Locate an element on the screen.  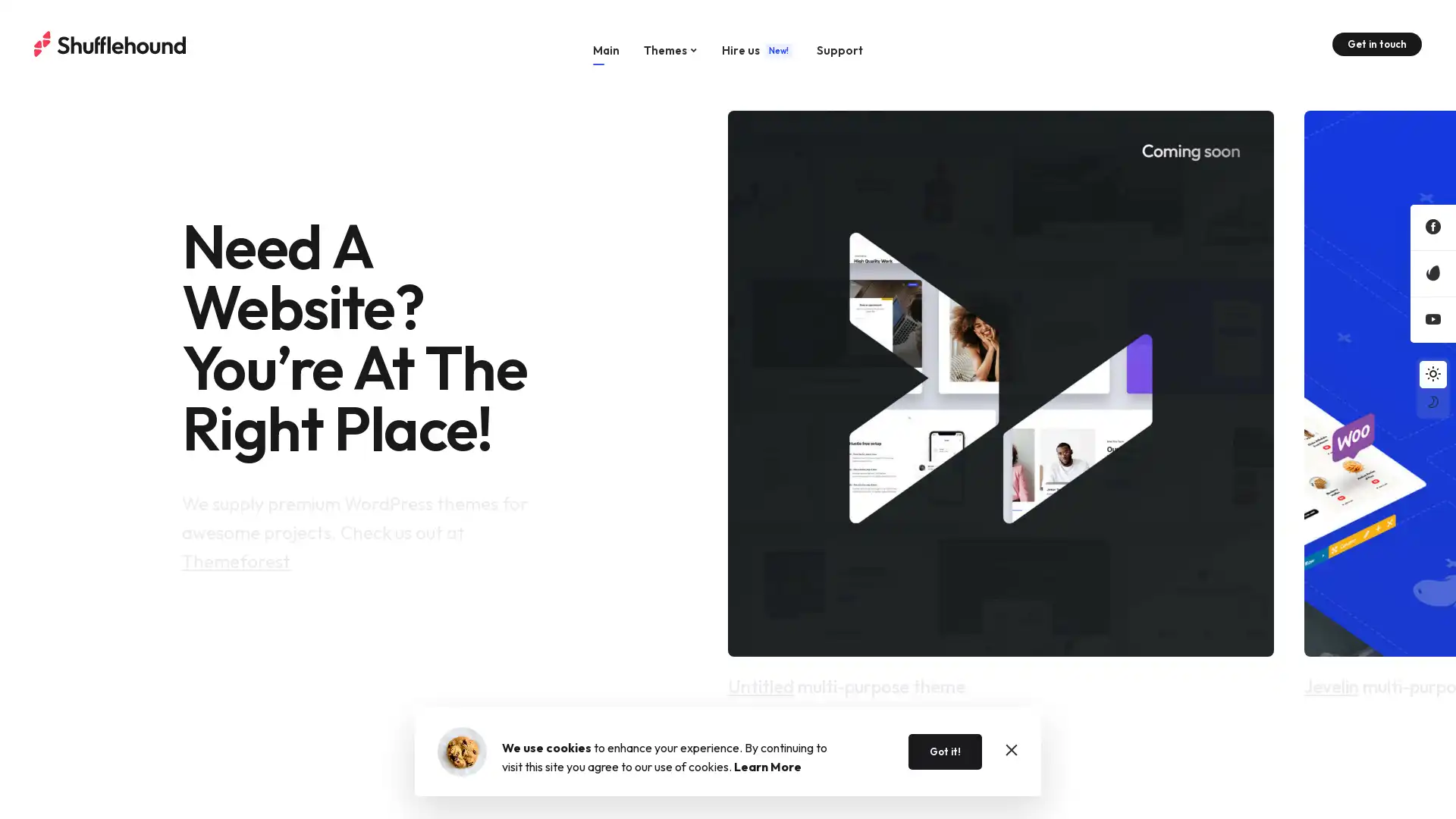
Get in touch is located at coordinates (1376, 42).